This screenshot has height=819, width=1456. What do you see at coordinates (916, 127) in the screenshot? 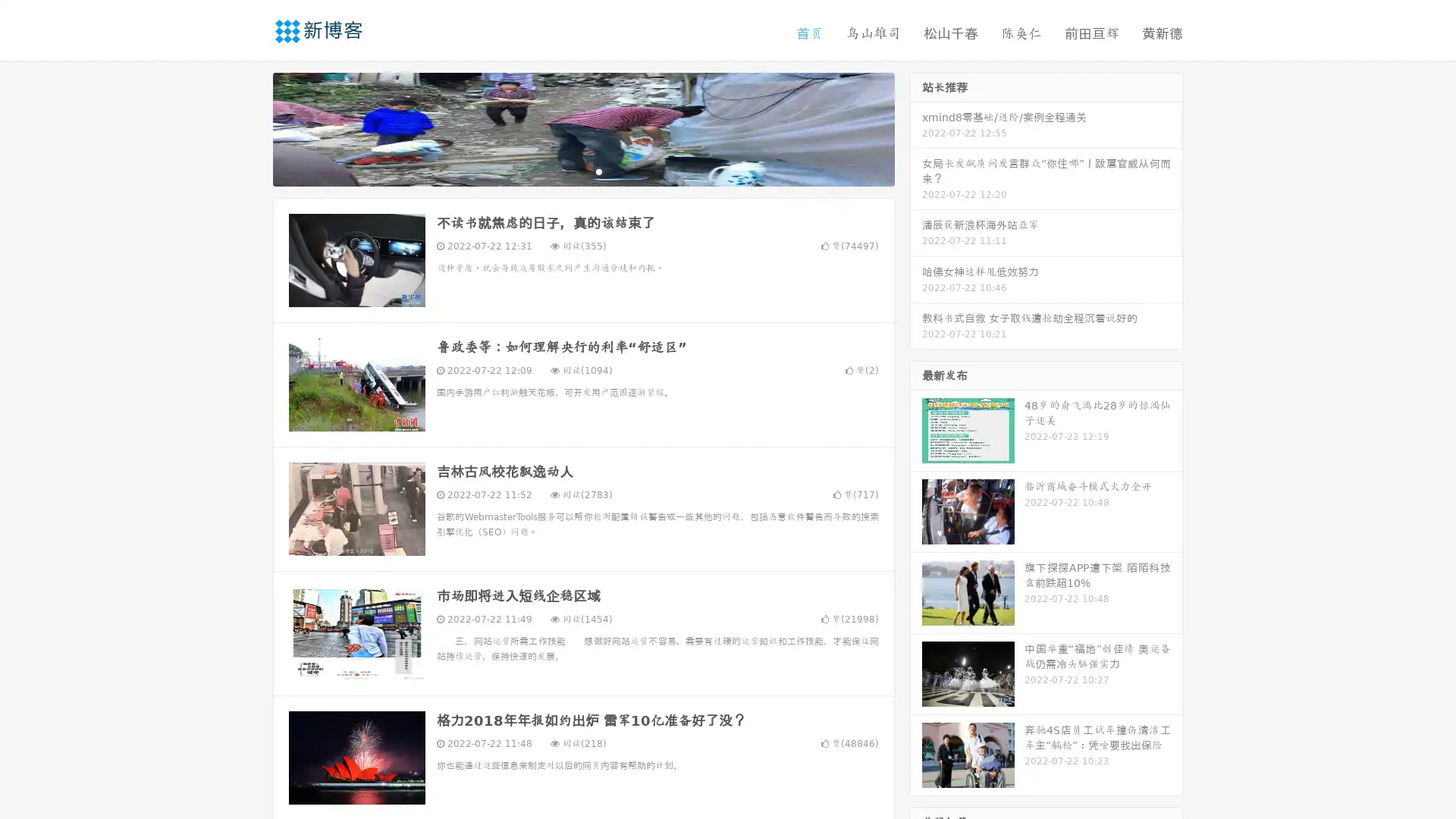
I see `Next slide` at bounding box center [916, 127].